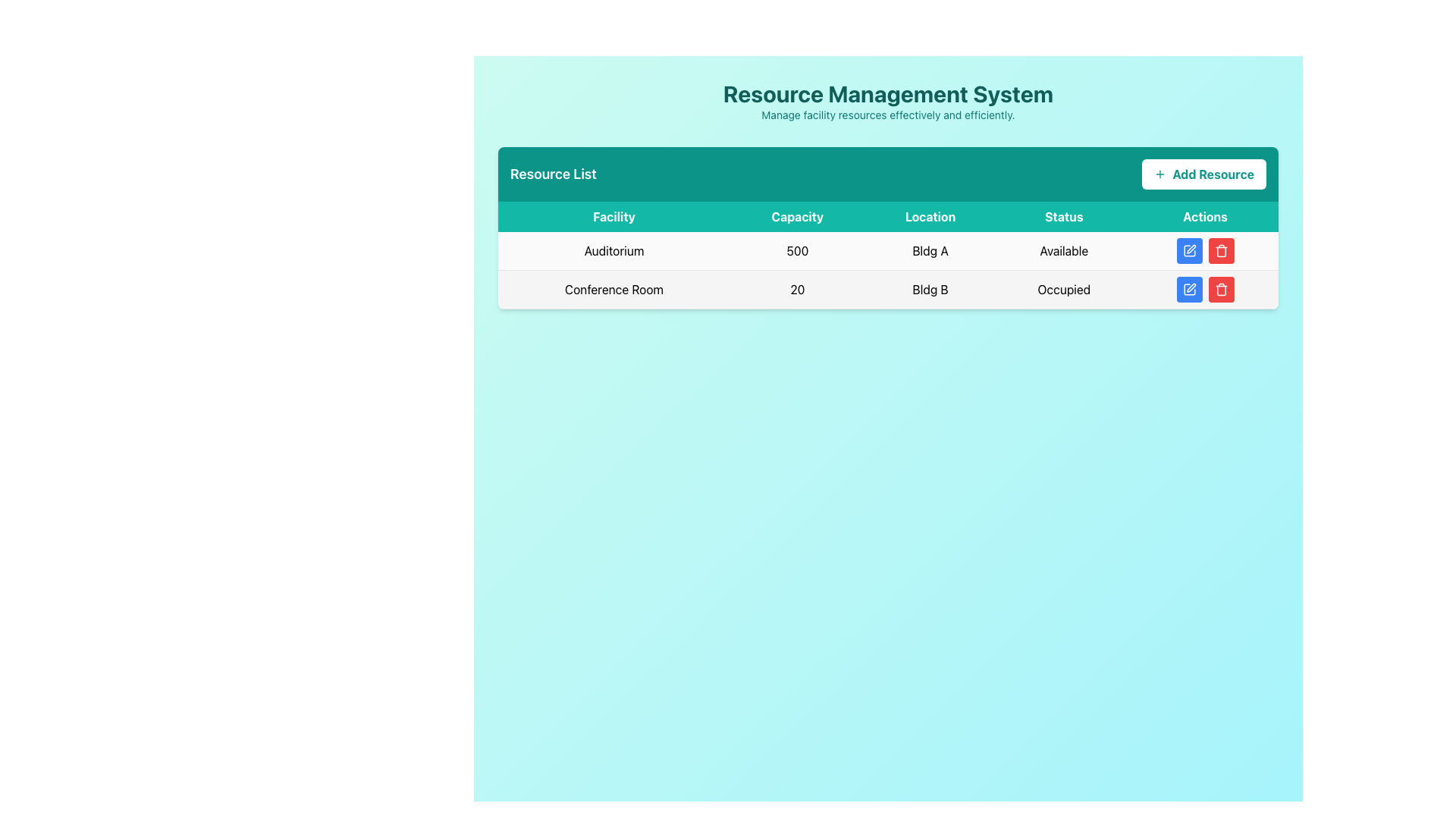  Describe the element at coordinates (1063, 250) in the screenshot. I see `the 'Available' text display in the 'Status' column of the 'Resource List' table, located in the last cell of the row for 'Auditorium, 500, Bldg A'` at that location.